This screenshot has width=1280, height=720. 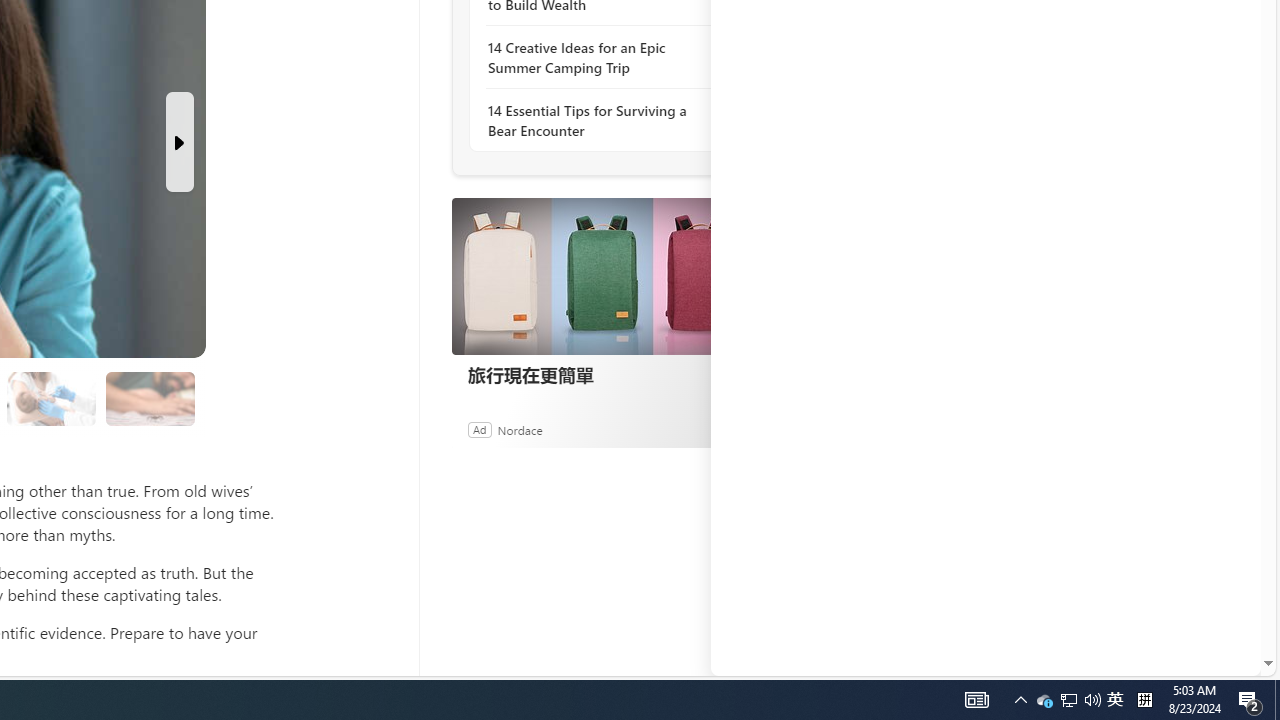 What do you see at coordinates (51, 399) in the screenshot?
I see `'5. Childhood Was High-Risk'` at bounding box center [51, 399].